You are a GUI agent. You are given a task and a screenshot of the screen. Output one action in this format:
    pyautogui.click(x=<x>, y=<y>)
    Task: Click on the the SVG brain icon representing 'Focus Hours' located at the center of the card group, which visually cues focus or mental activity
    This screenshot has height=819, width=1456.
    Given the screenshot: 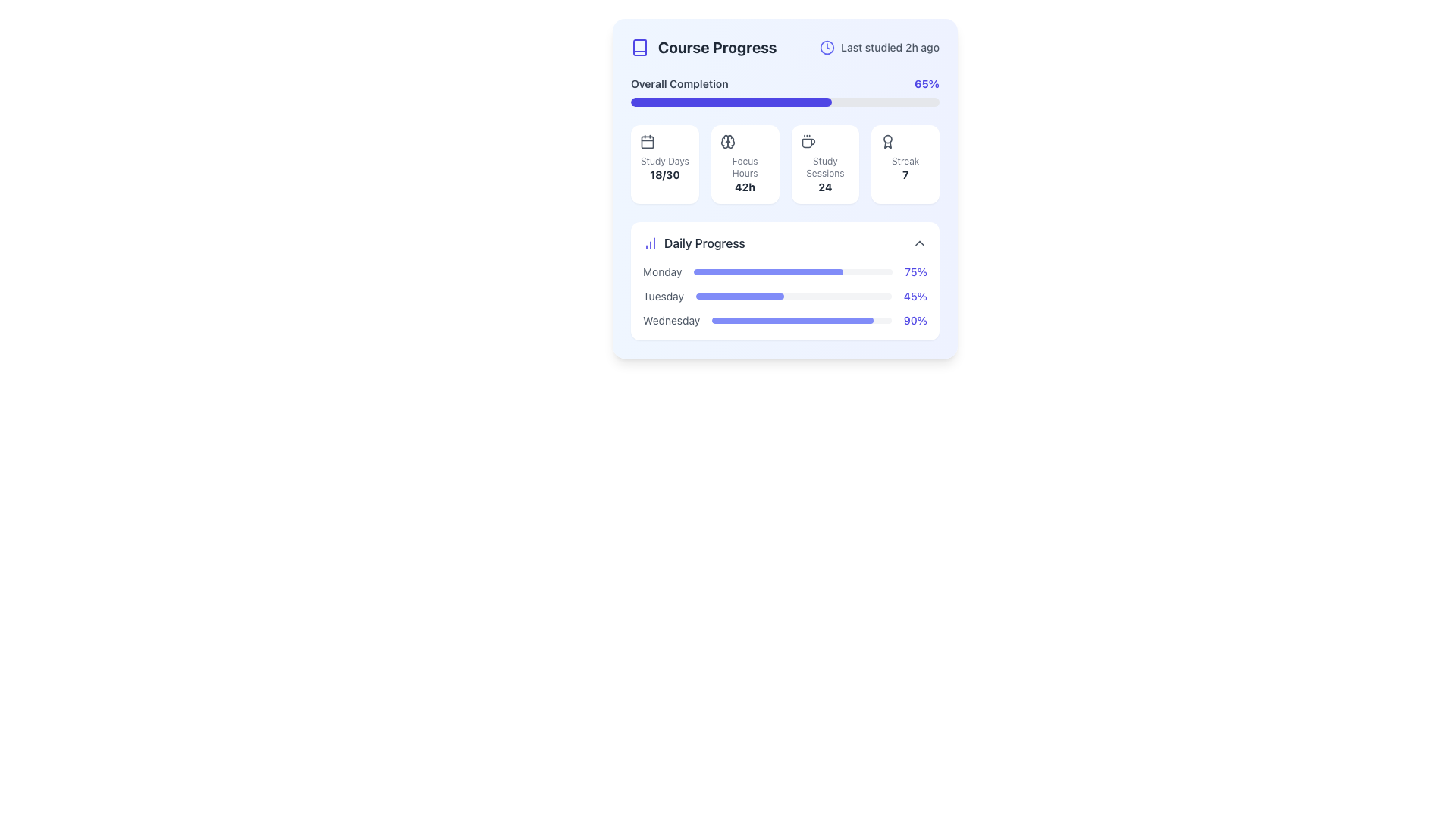 What is the action you would take?
    pyautogui.click(x=726, y=141)
    